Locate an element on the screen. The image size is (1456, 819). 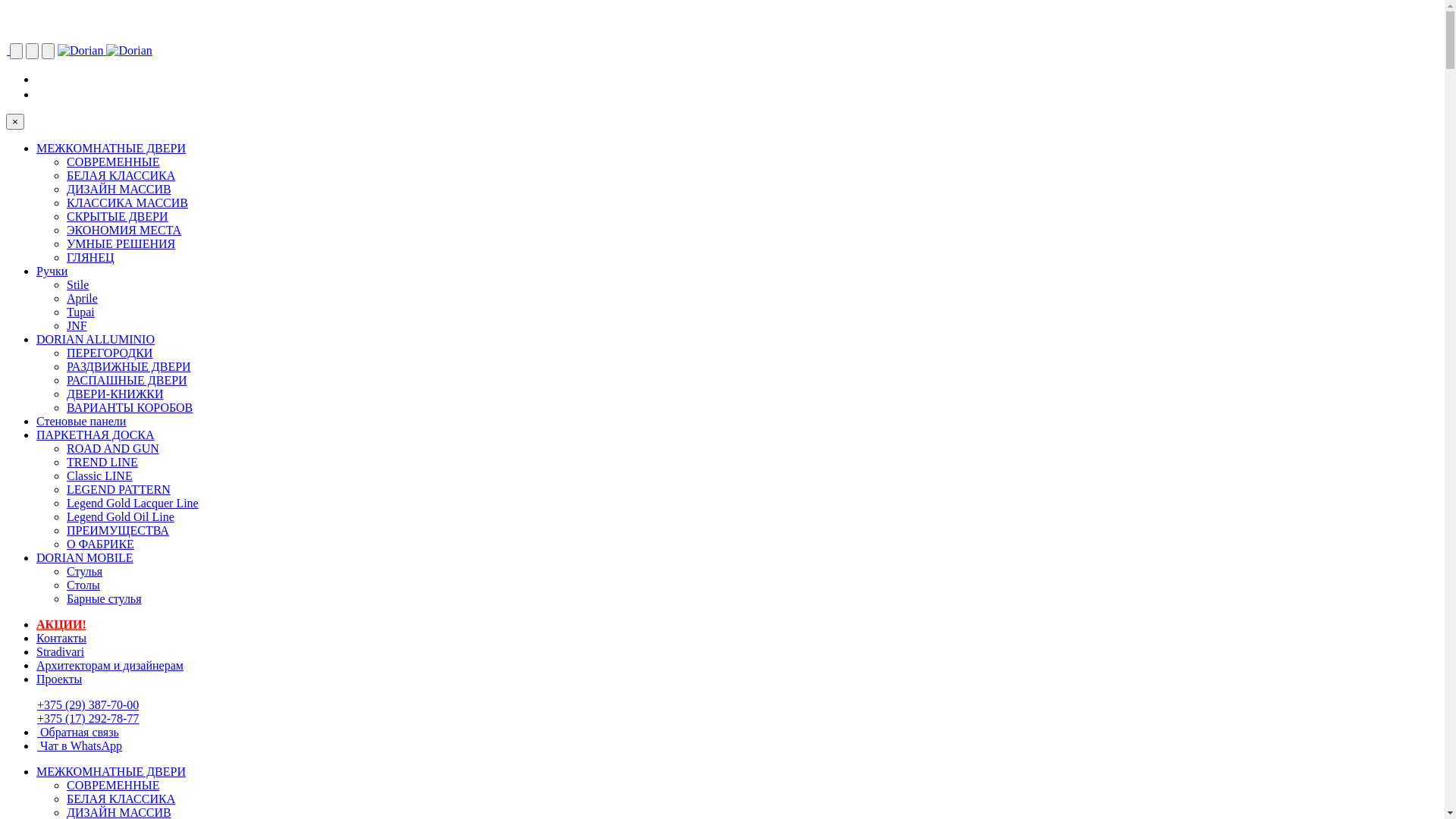
'ROAD AND GUN' is located at coordinates (65, 447).